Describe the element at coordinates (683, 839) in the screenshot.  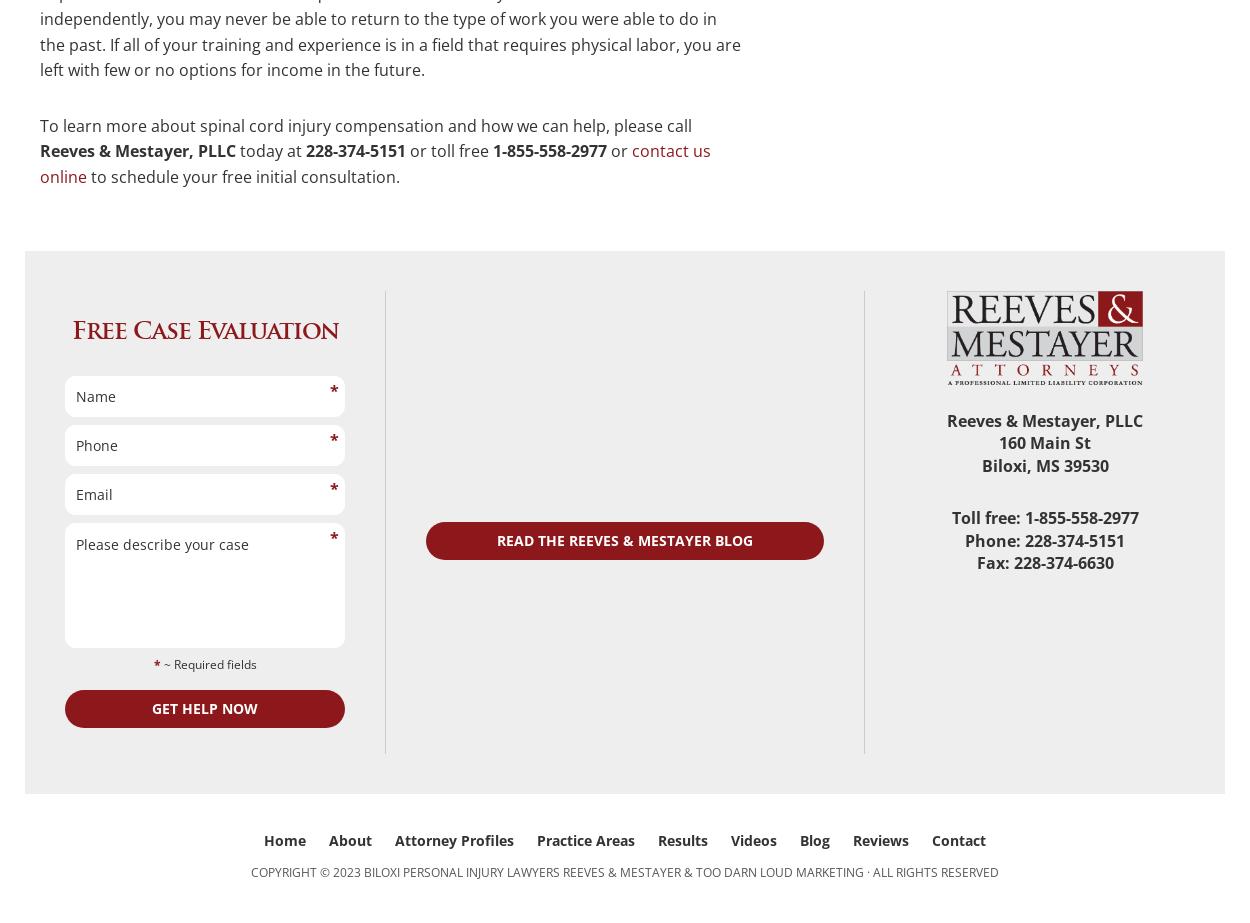
I see `'Results'` at that location.